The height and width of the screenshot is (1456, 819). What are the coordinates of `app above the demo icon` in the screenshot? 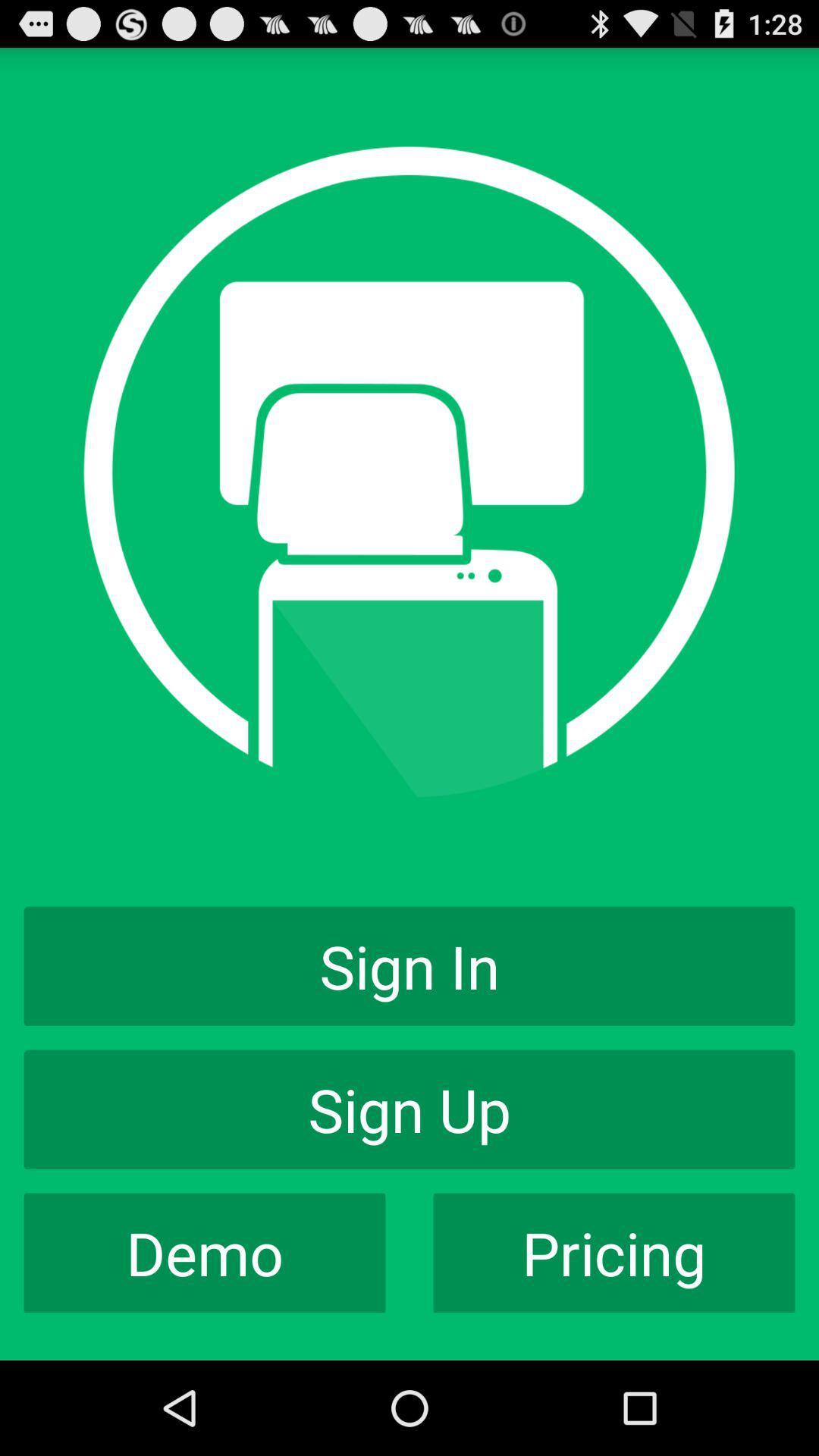 It's located at (409, 1109).